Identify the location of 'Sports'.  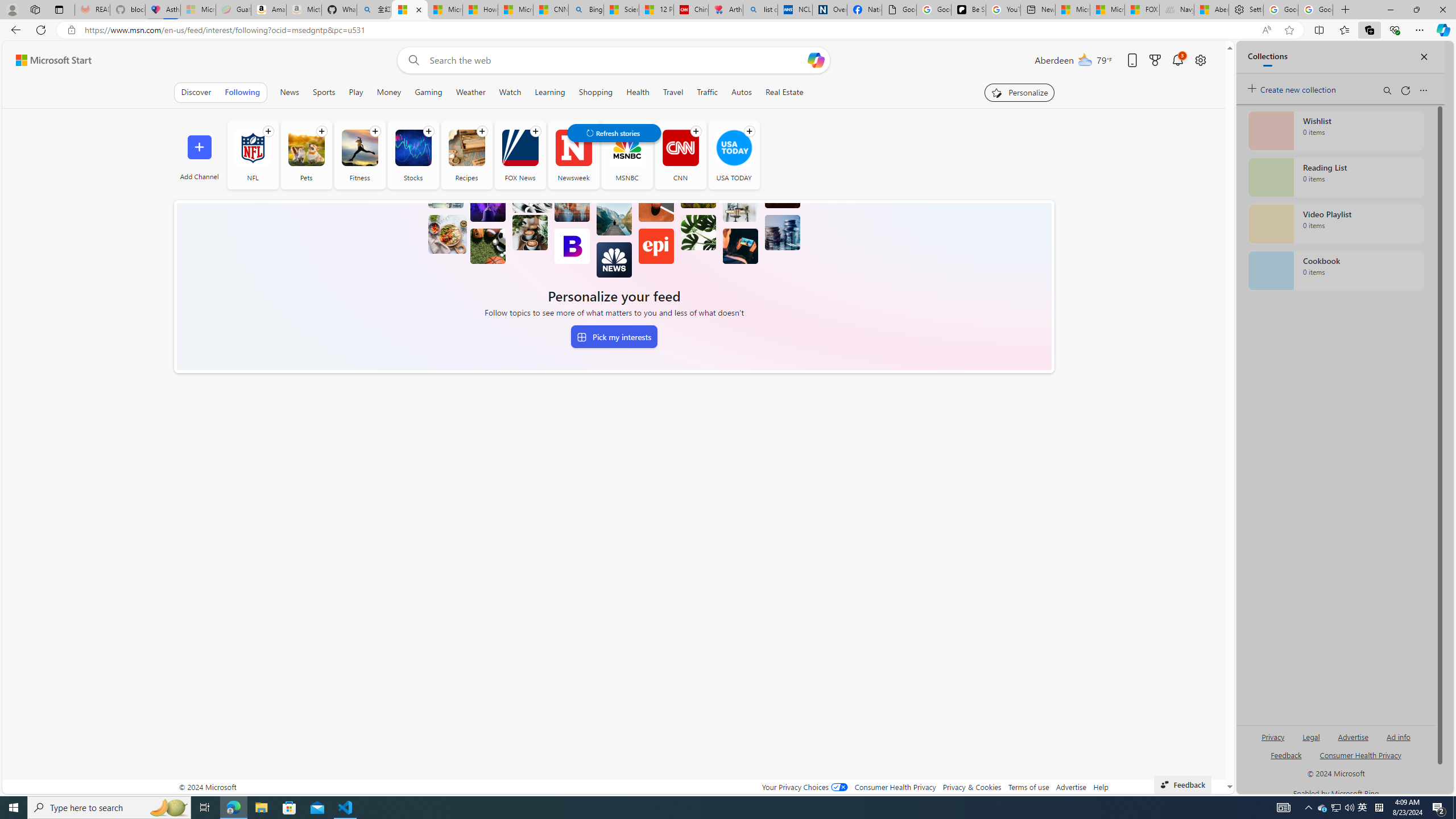
(323, 92).